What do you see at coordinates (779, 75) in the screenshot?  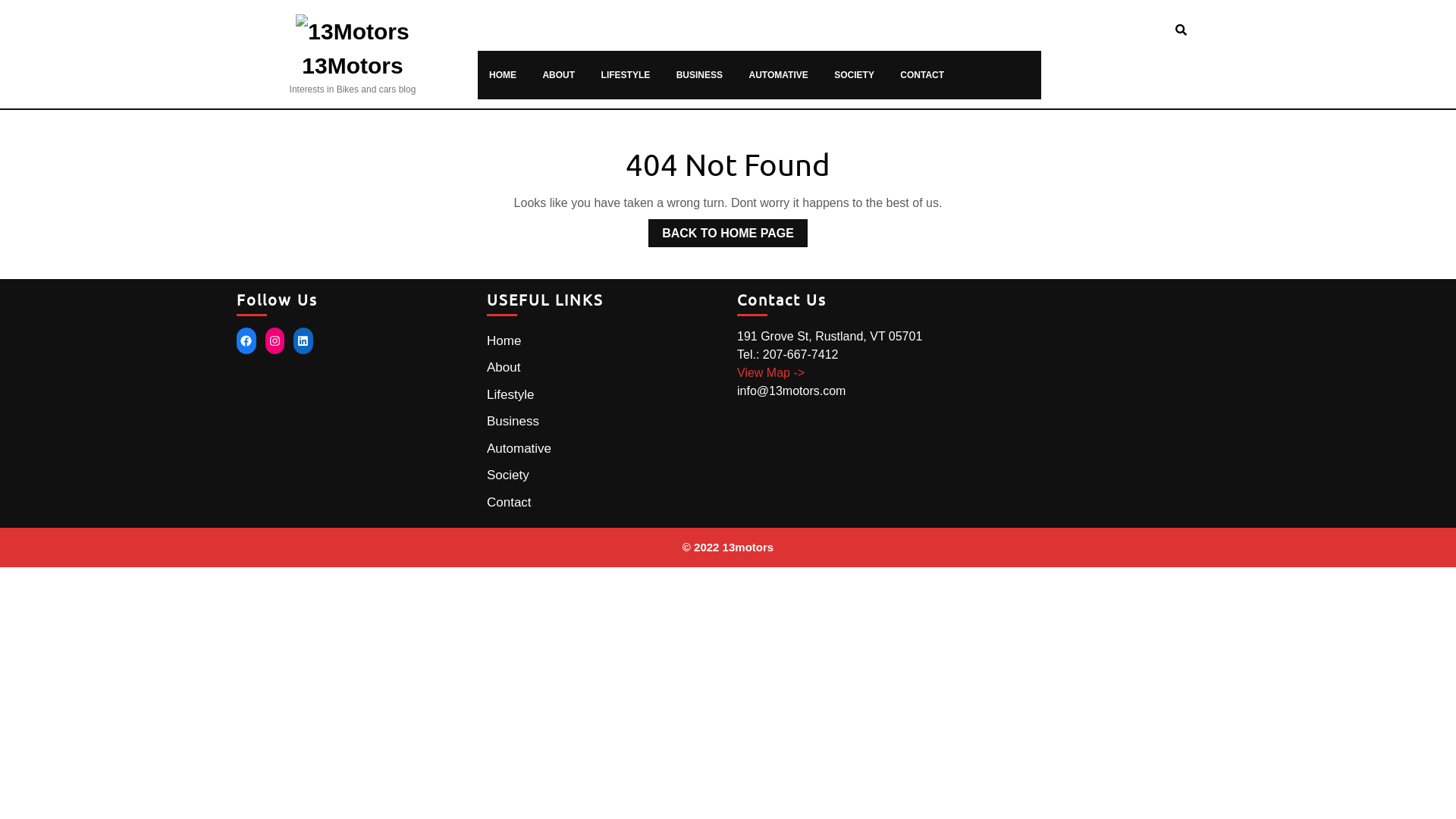 I see `'AUTOMATIVE'` at bounding box center [779, 75].